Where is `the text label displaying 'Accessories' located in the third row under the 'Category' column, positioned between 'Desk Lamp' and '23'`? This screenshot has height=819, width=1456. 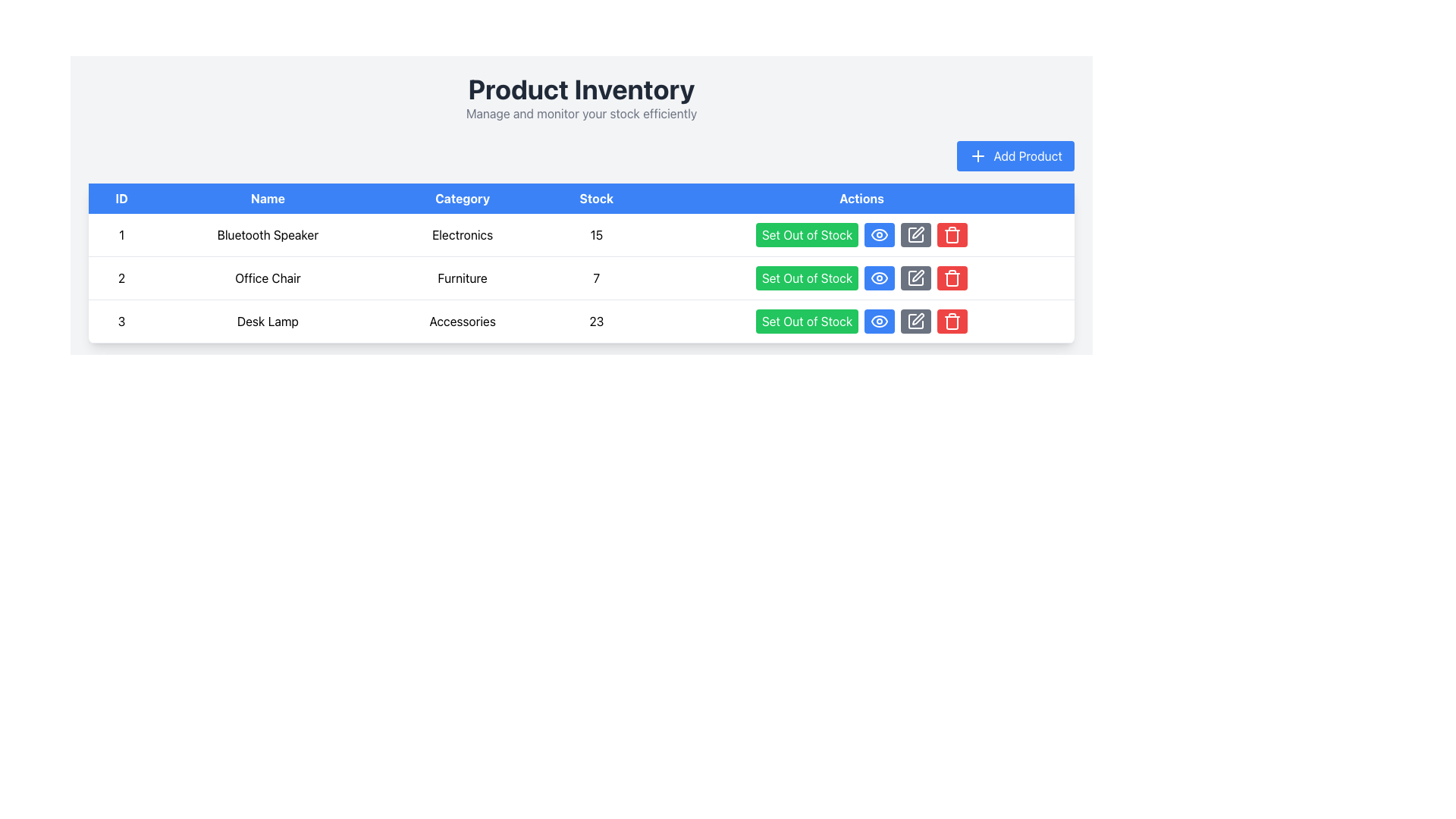 the text label displaying 'Accessories' located in the third row under the 'Category' column, positioned between 'Desk Lamp' and '23' is located at coordinates (462, 321).